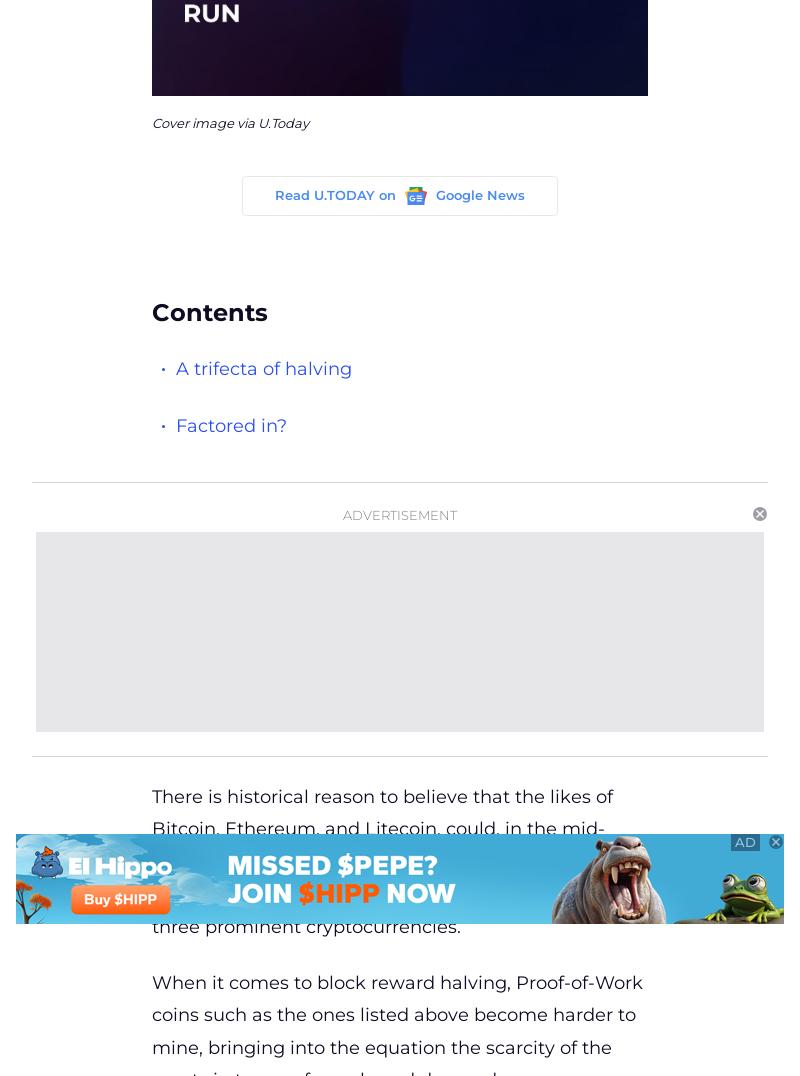 This screenshot has width=800, height=1076. Describe the element at coordinates (175, 425) in the screenshot. I see `'Factored in?'` at that location.